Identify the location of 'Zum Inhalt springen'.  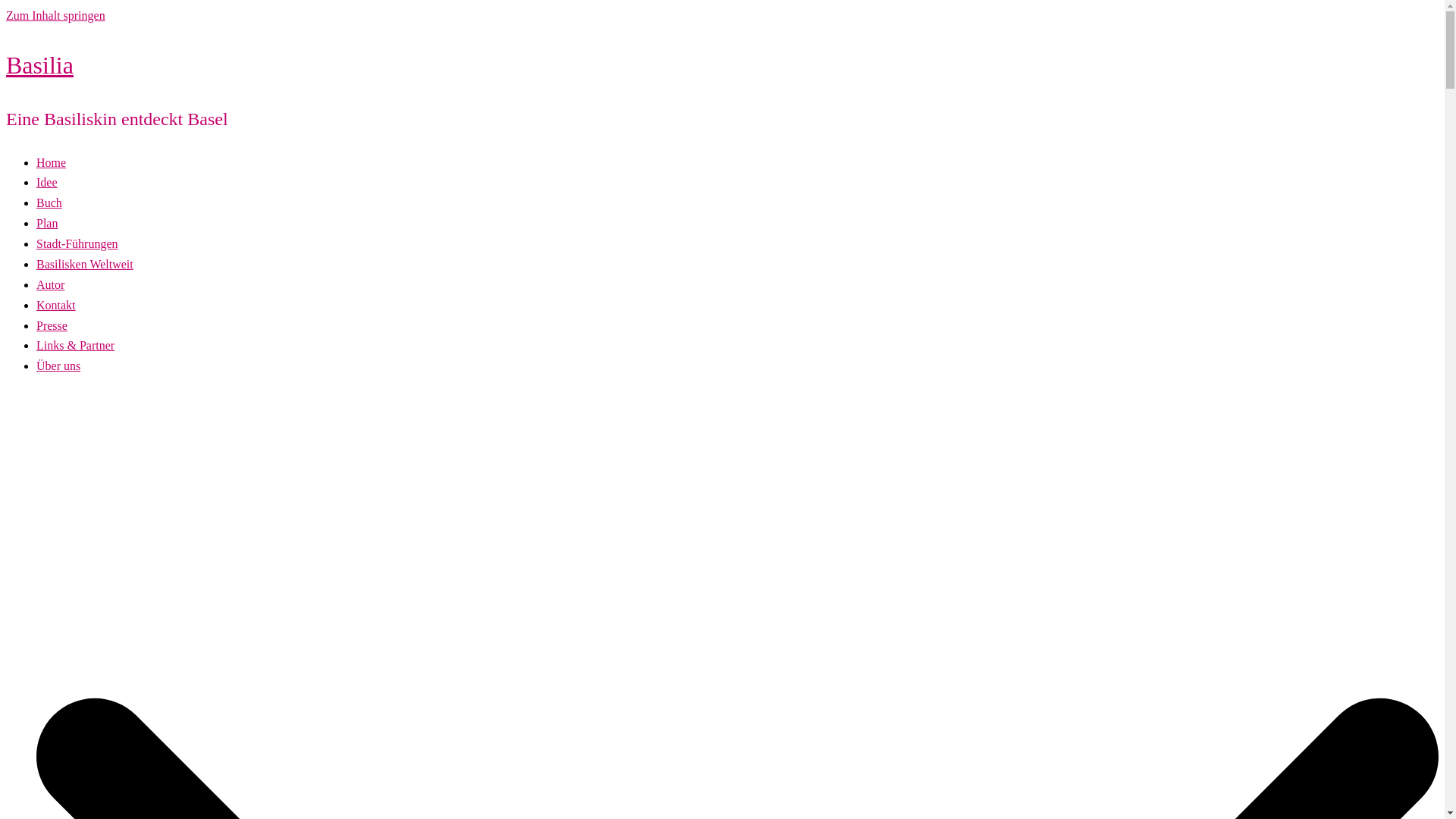
(55, 15).